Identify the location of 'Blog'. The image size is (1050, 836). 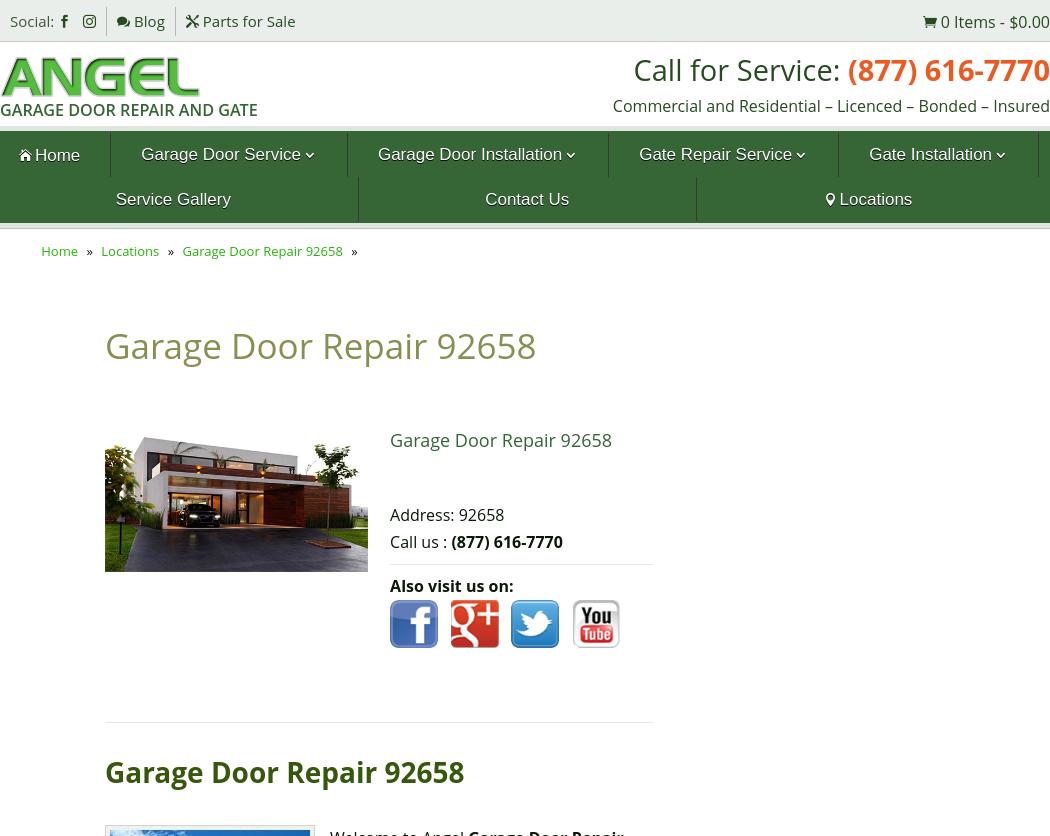
(128, 20).